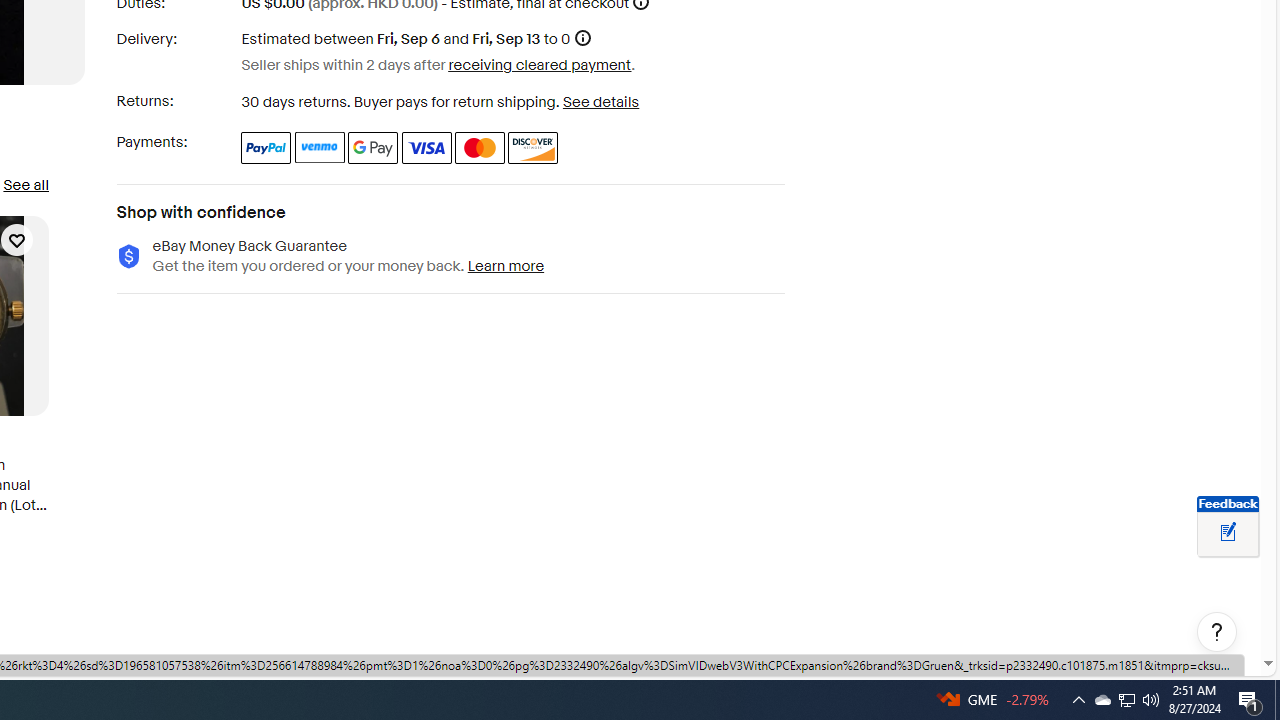 This screenshot has width=1280, height=720. What do you see at coordinates (1216, 632) in the screenshot?
I see `'Help, opens dialogs'` at bounding box center [1216, 632].